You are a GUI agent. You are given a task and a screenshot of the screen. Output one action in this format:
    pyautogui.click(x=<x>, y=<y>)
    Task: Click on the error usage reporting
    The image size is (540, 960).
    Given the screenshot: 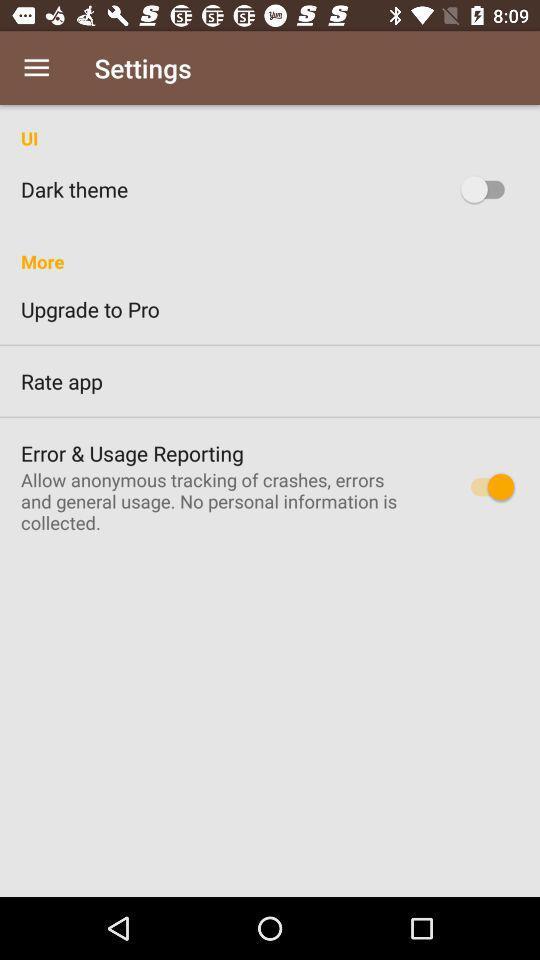 What is the action you would take?
    pyautogui.click(x=486, y=485)
    